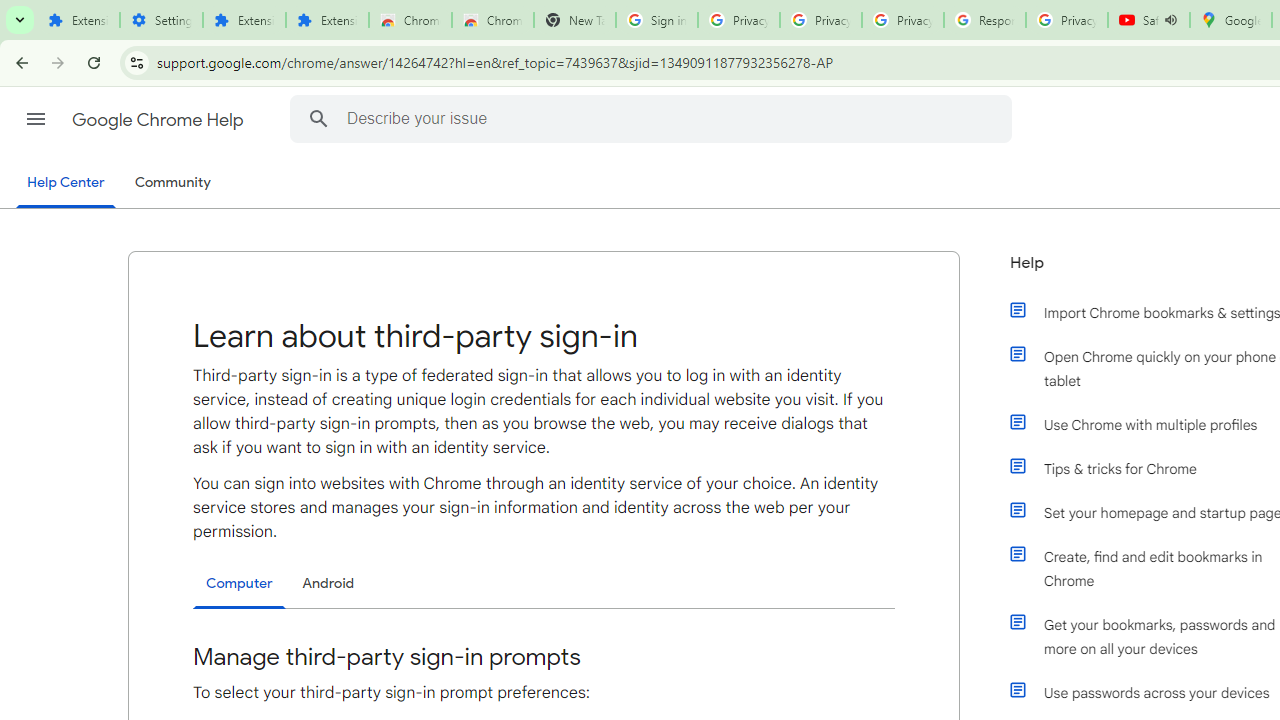 The height and width of the screenshot is (720, 1280). Describe the element at coordinates (573, 20) in the screenshot. I see `'New Tab'` at that location.